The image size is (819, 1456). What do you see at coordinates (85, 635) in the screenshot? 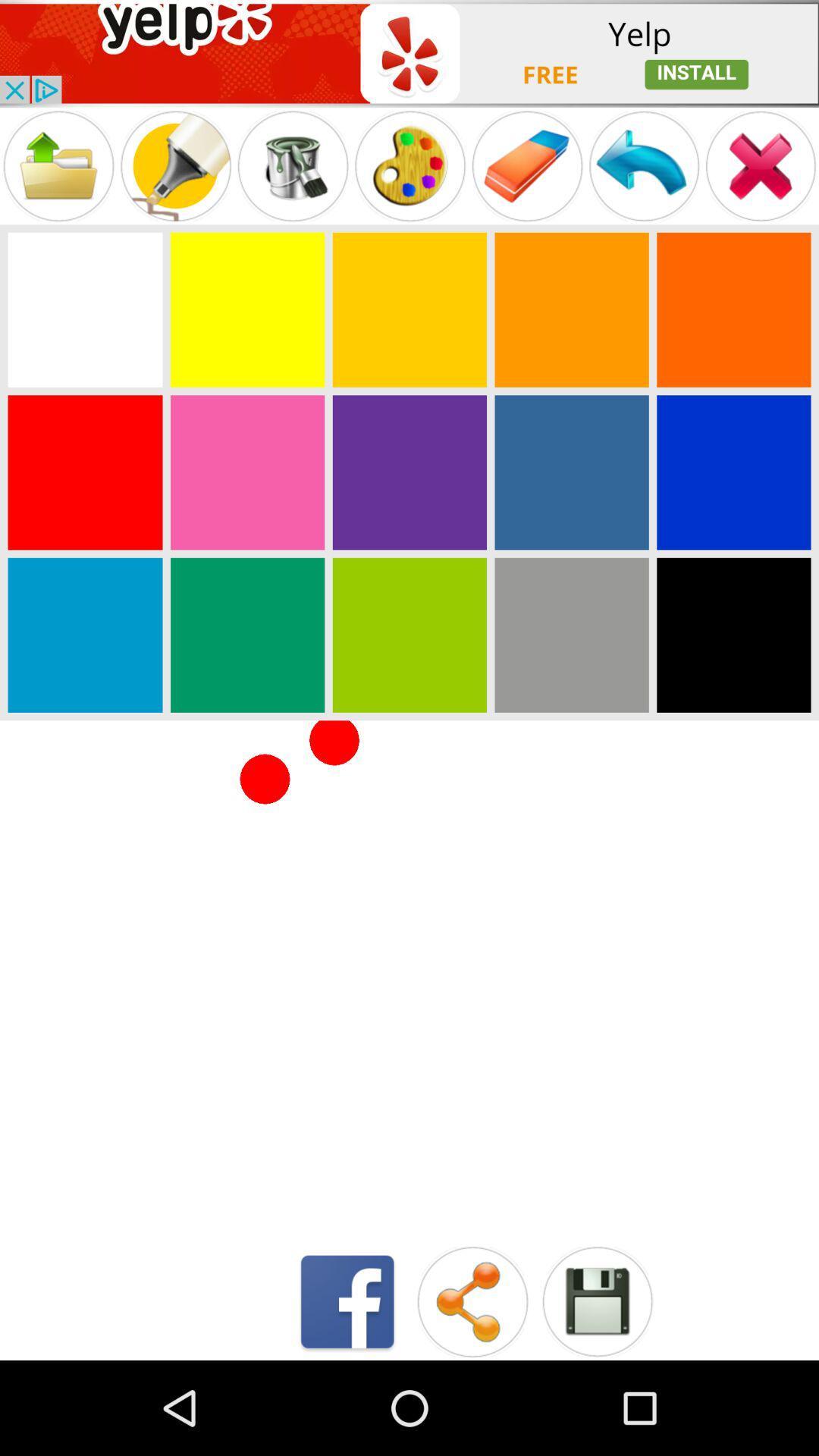
I see `choose blue color button` at bounding box center [85, 635].